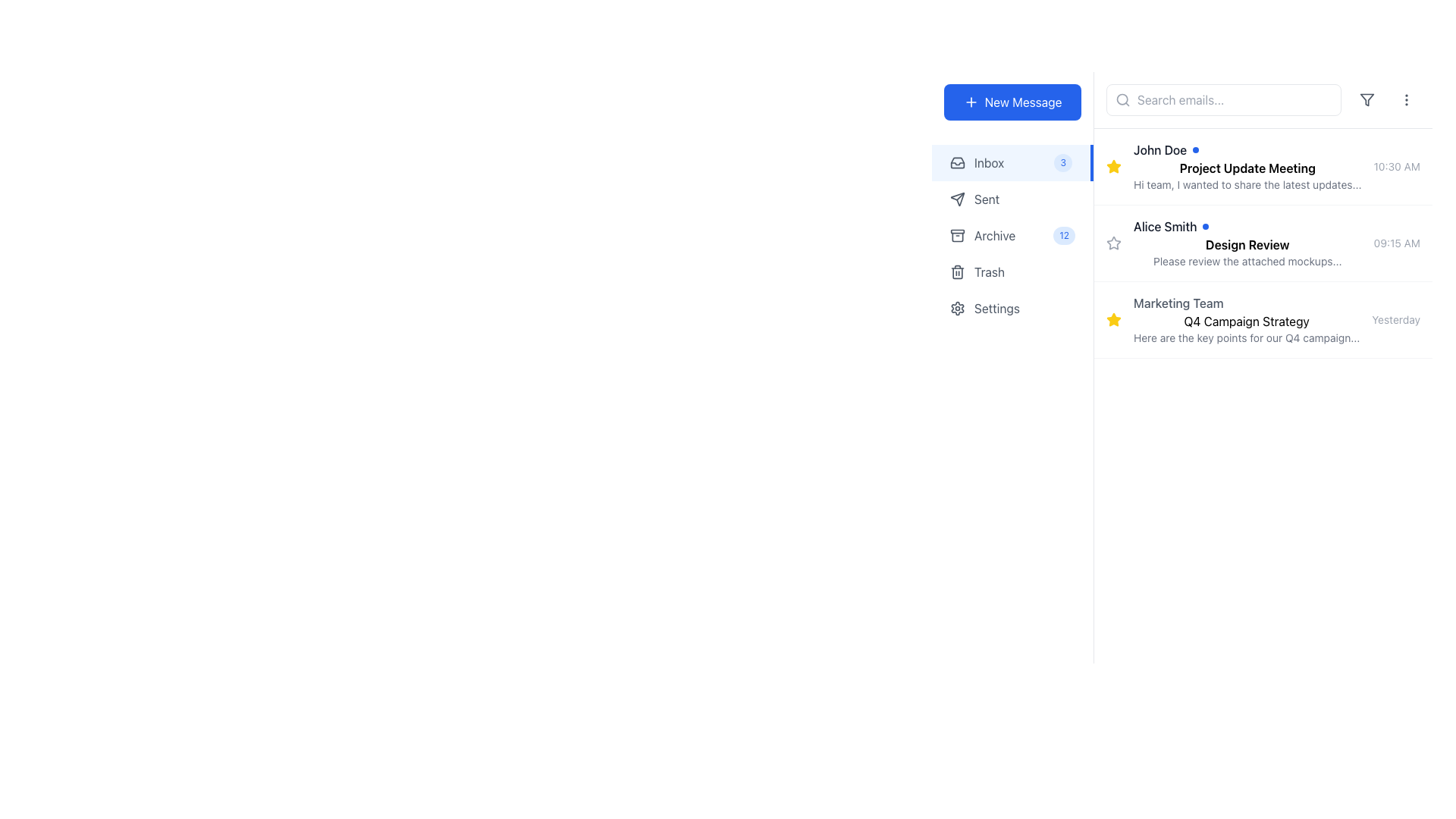  Describe the element at coordinates (956, 163) in the screenshot. I see `the Inbox Icon located in the left vertical navigation menu, which is visually represented as a static indicator associated with the 'Inbox' label` at that location.